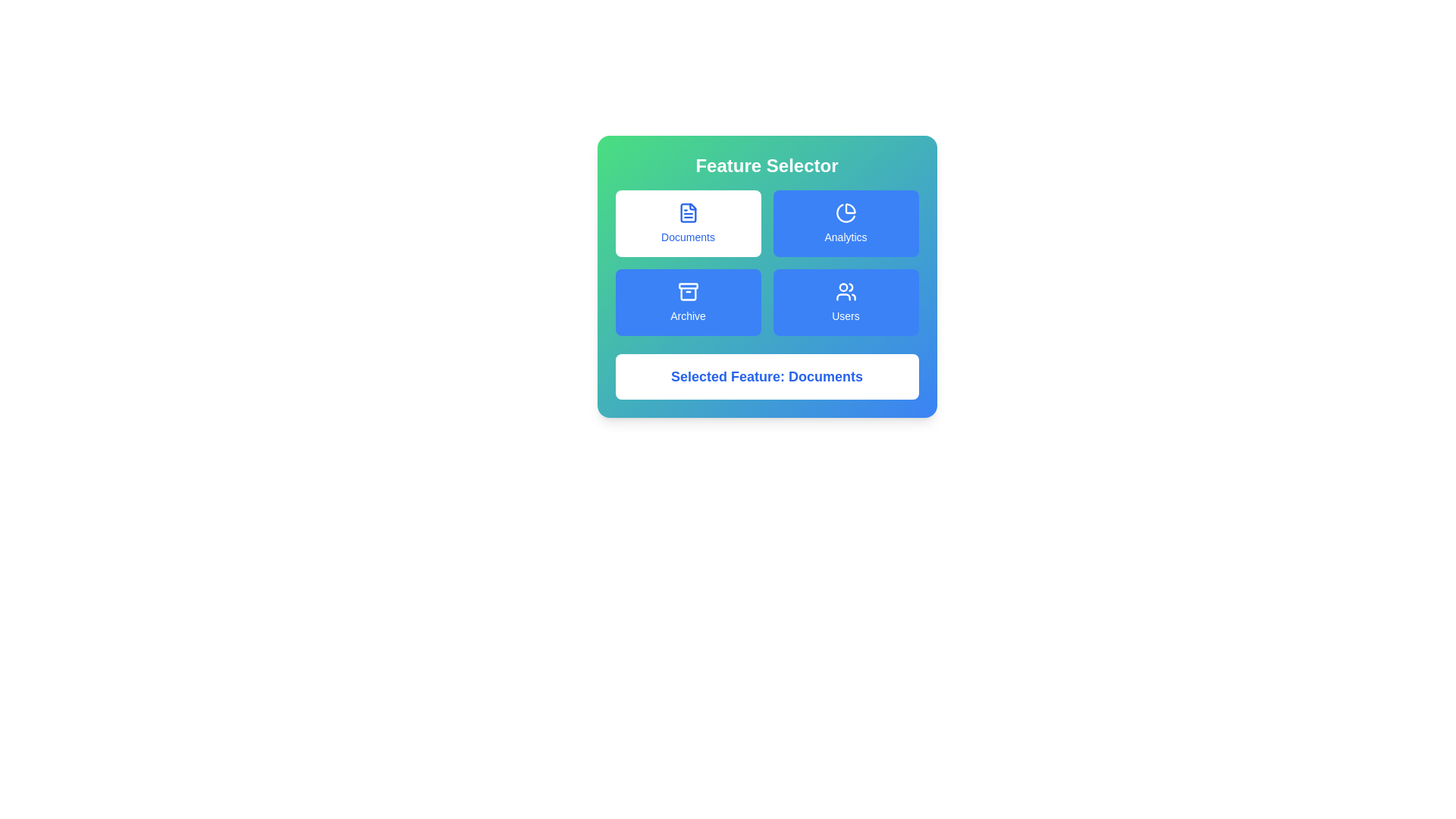 Image resolution: width=1456 pixels, height=819 pixels. What do you see at coordinates (687, 292) in the screenshot?
I see `the 'Archive' icon, which is the first button in the second row of the feature selector grid` at bounding box center [687, 292].